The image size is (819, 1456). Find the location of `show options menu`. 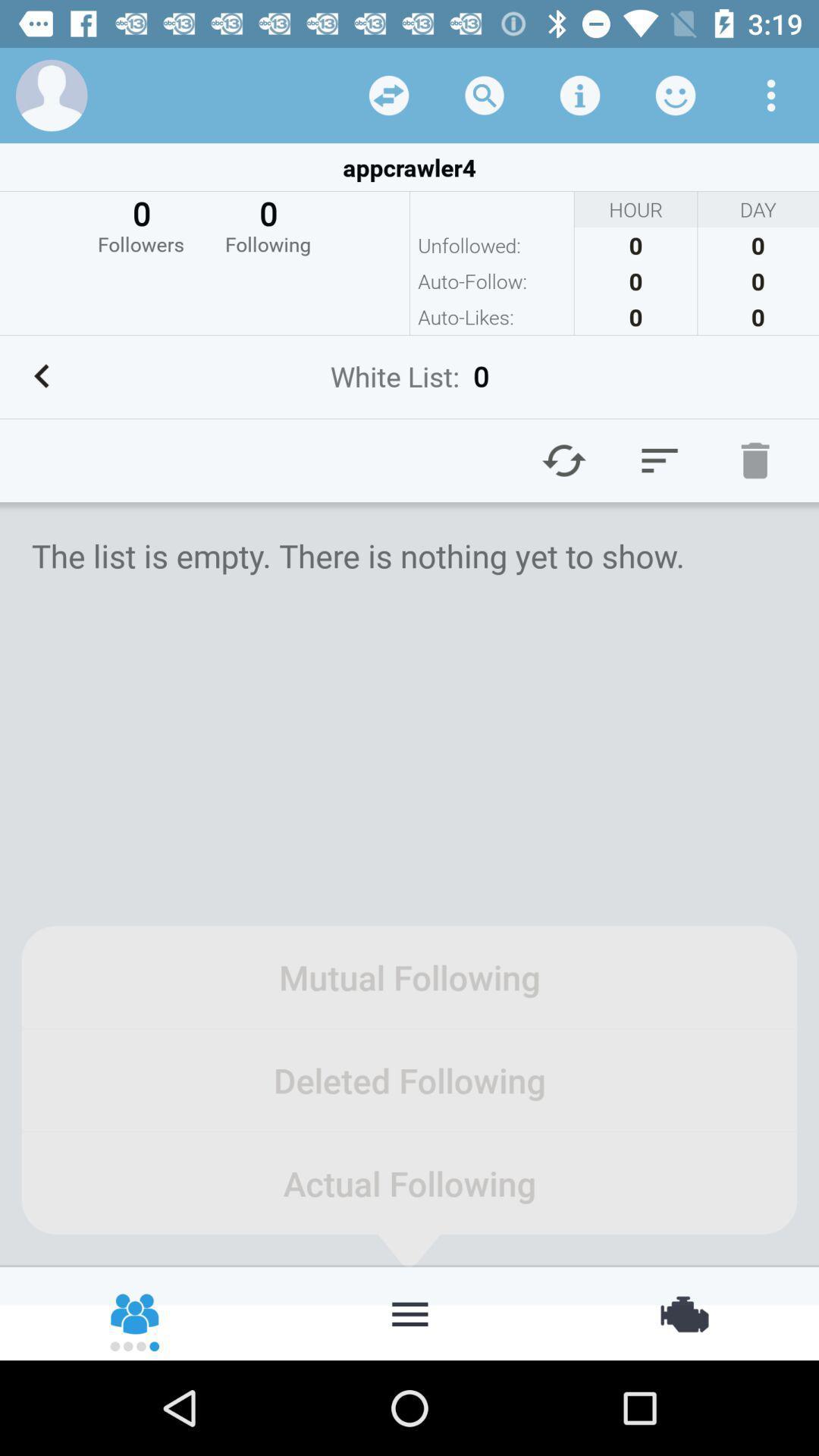

show options menu is located at coordinates (771, 94).